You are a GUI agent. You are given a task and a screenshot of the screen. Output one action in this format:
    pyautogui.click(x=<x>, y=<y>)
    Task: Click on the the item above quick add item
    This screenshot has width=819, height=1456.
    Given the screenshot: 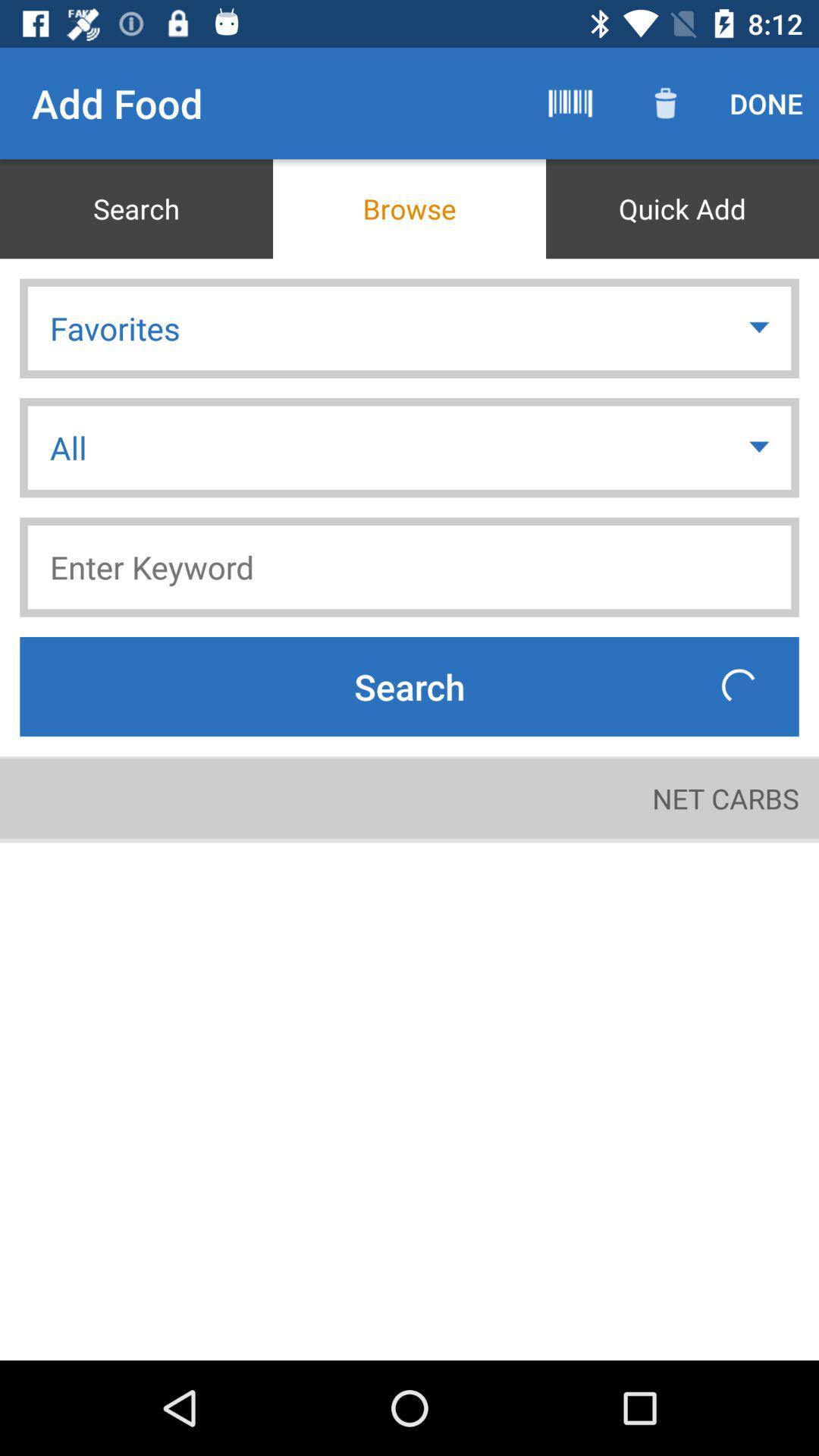 What is the action you would take?
    pyautogui.click(x=665, y=102)
    